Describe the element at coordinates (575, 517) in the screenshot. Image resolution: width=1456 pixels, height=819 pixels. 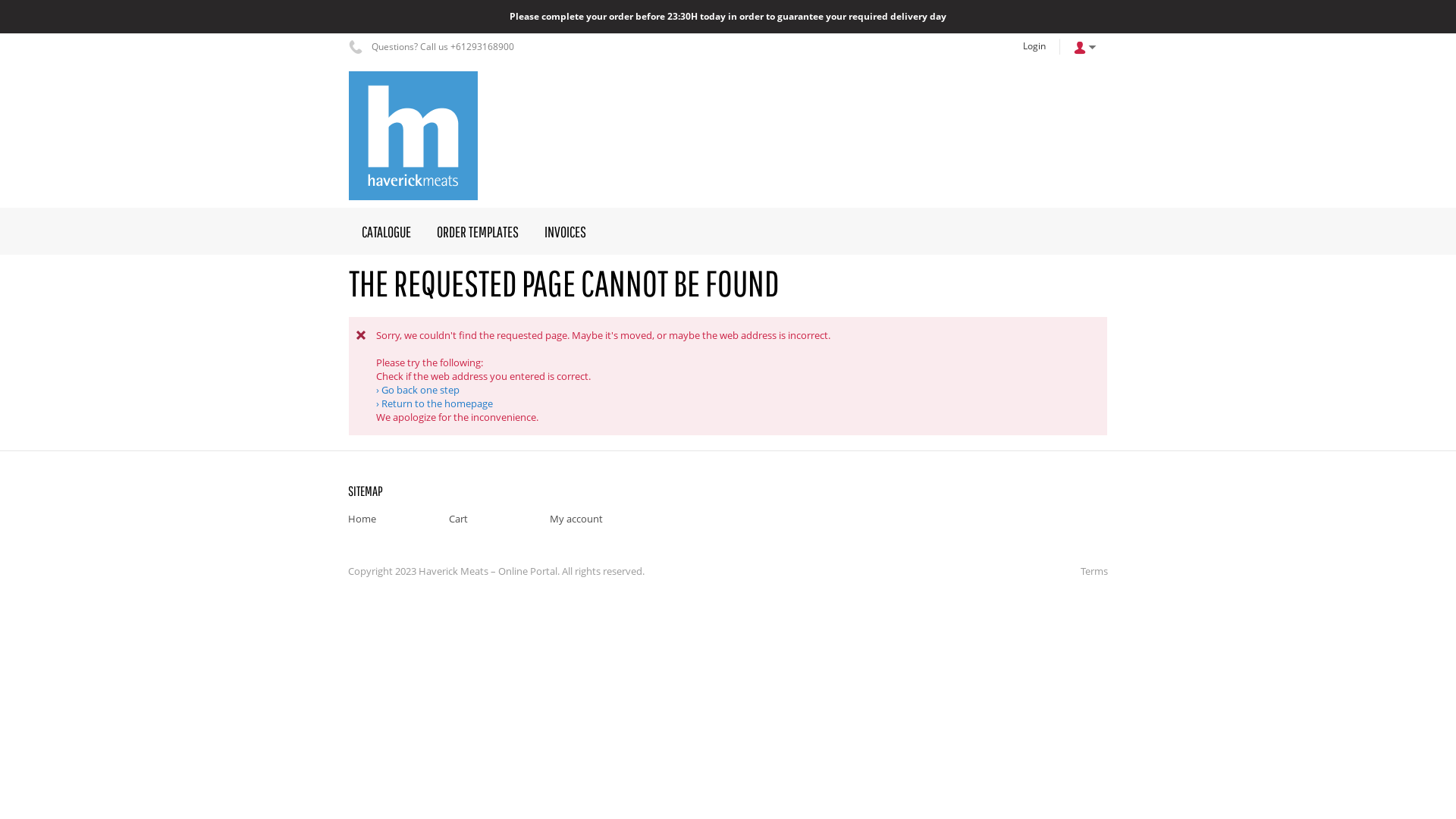
I see `'My account'` at that location.